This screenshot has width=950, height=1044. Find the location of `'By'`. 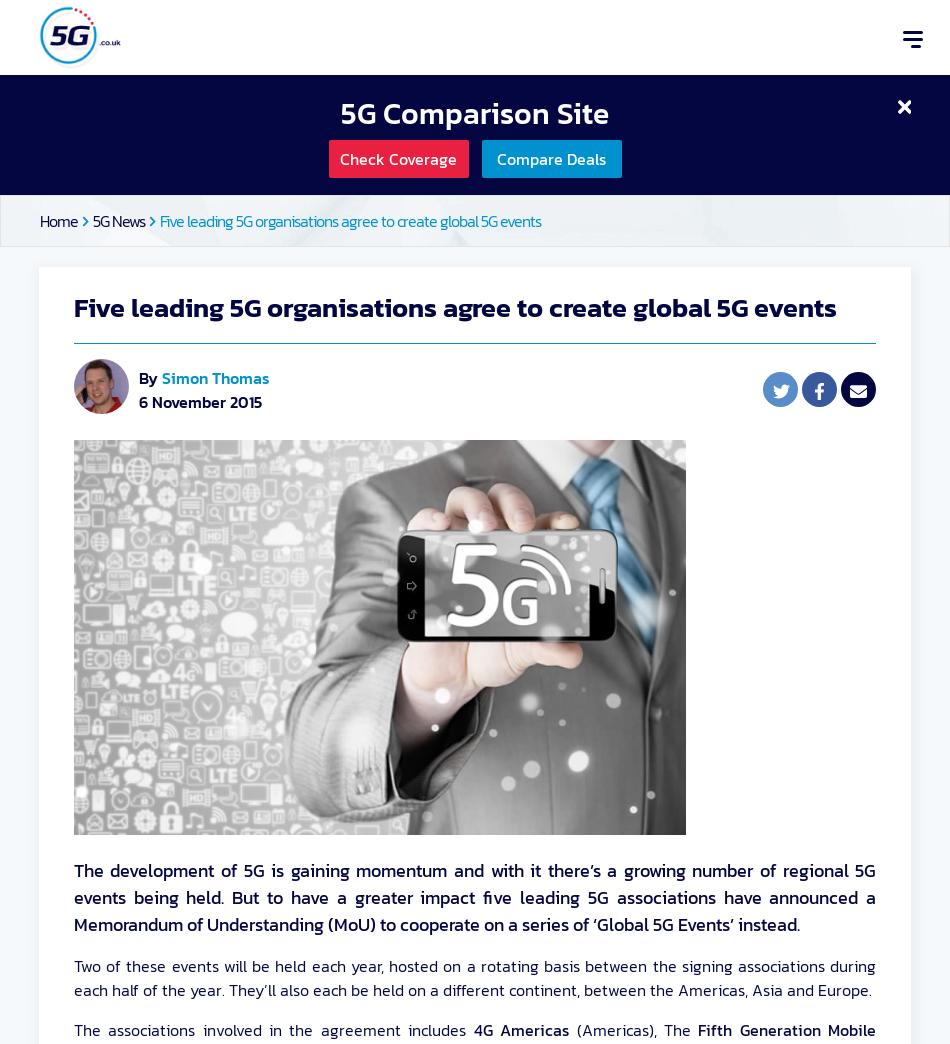

'By' is located at coordinates (149, 376).